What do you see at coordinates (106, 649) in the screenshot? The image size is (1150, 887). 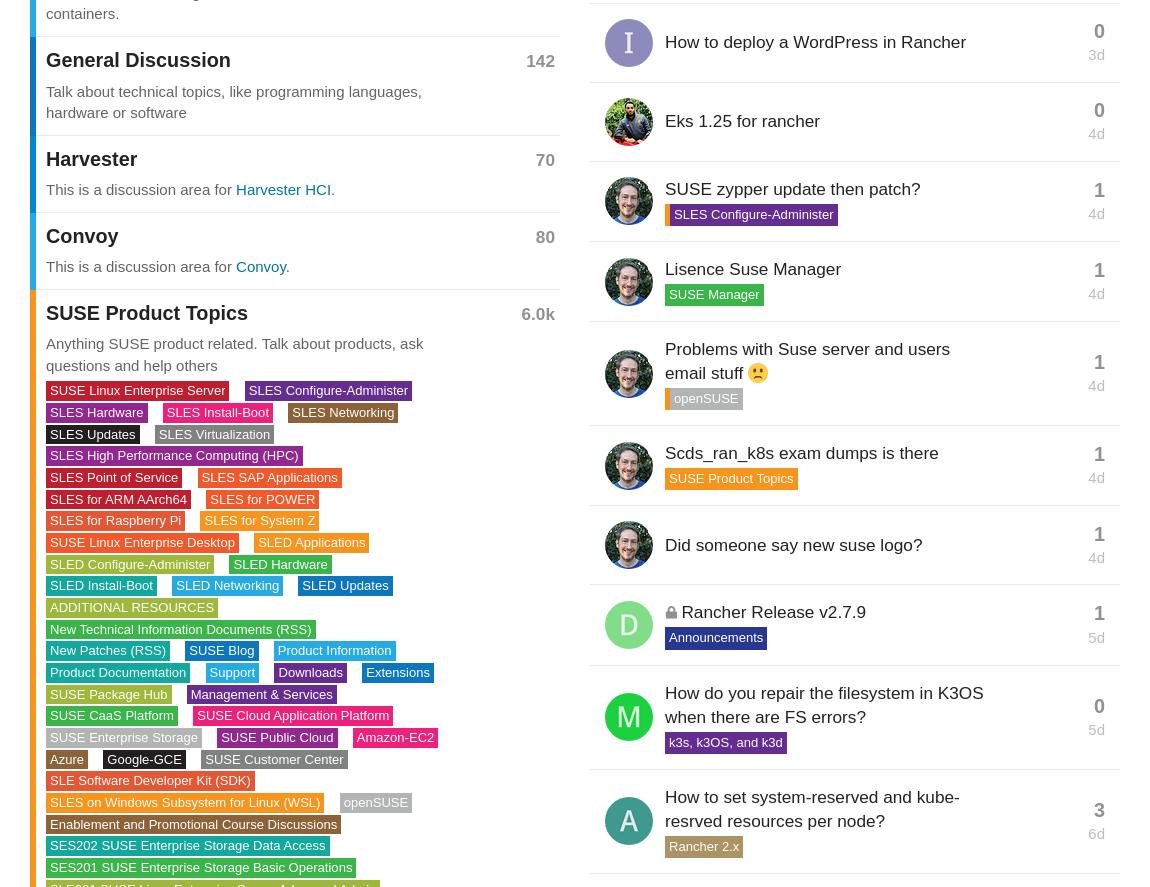 I see `'New Patches (RSS)'` at bounding box center [106, 649].